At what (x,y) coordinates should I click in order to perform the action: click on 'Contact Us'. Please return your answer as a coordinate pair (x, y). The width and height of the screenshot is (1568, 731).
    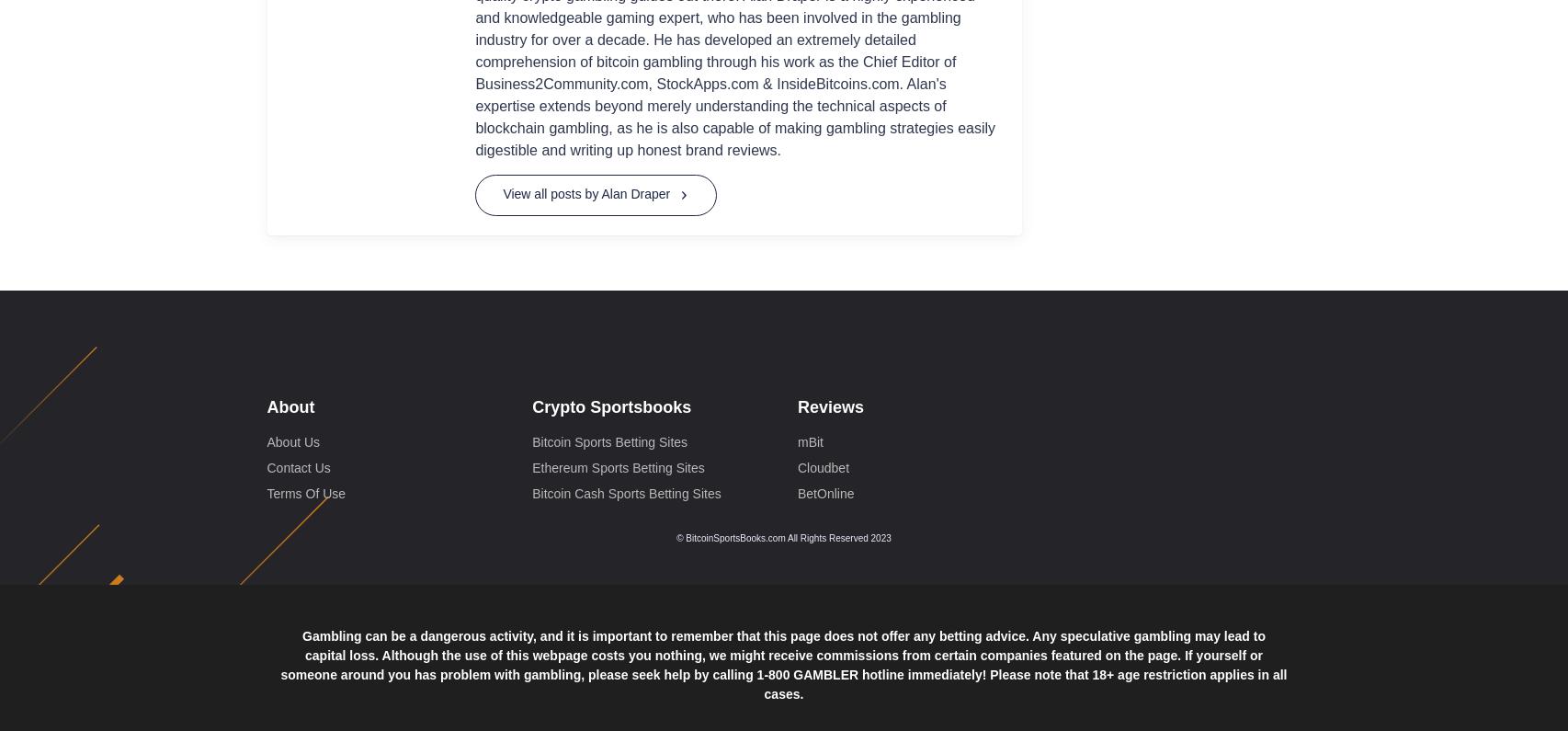
    Looking at the image, I should click on (267, 130).